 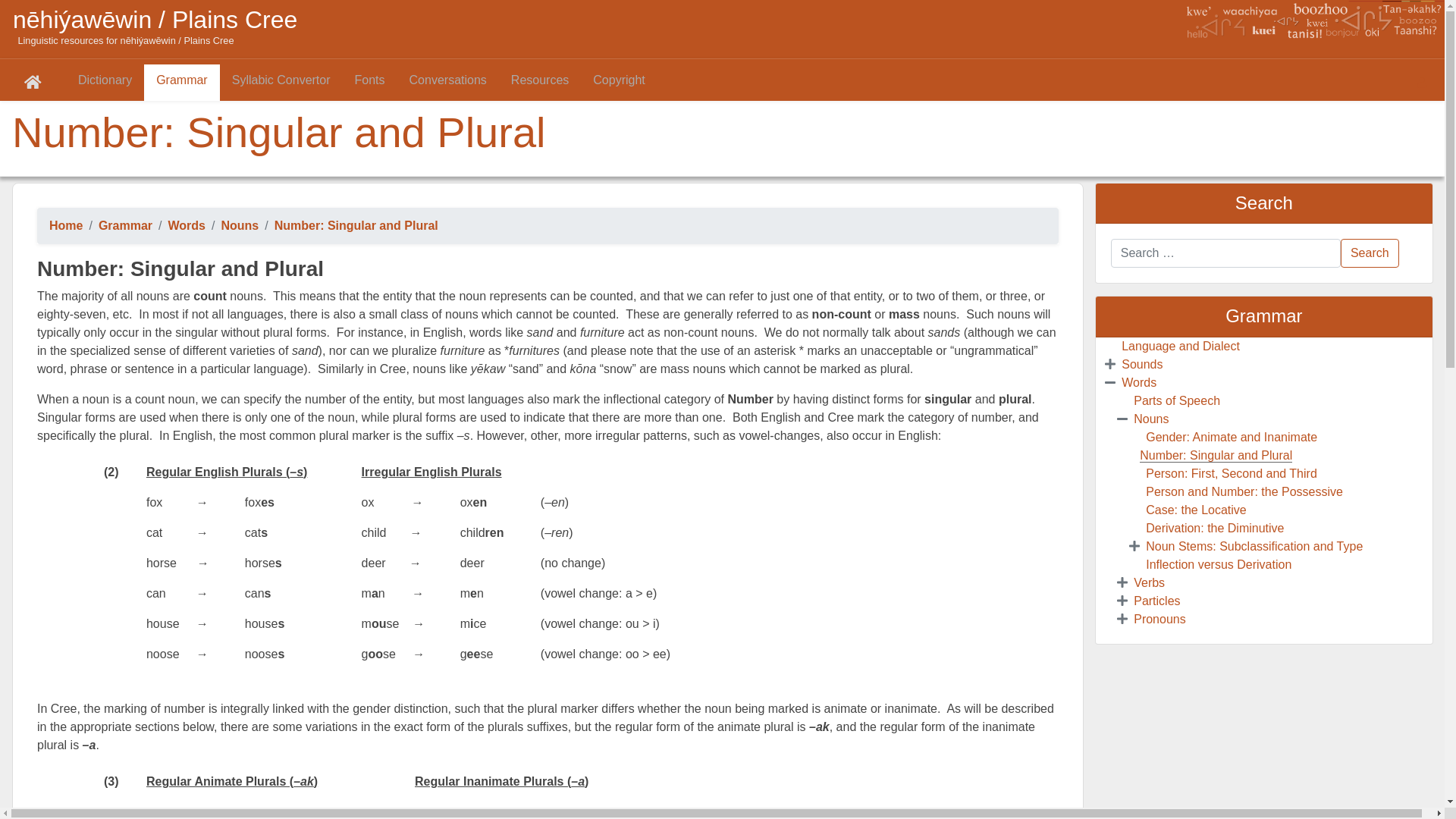 What do you see at coordinates (1146, 437) in the screenshot?
I see `'Gender: Animate and Inanimate'` at bounding box center [1146, 437].